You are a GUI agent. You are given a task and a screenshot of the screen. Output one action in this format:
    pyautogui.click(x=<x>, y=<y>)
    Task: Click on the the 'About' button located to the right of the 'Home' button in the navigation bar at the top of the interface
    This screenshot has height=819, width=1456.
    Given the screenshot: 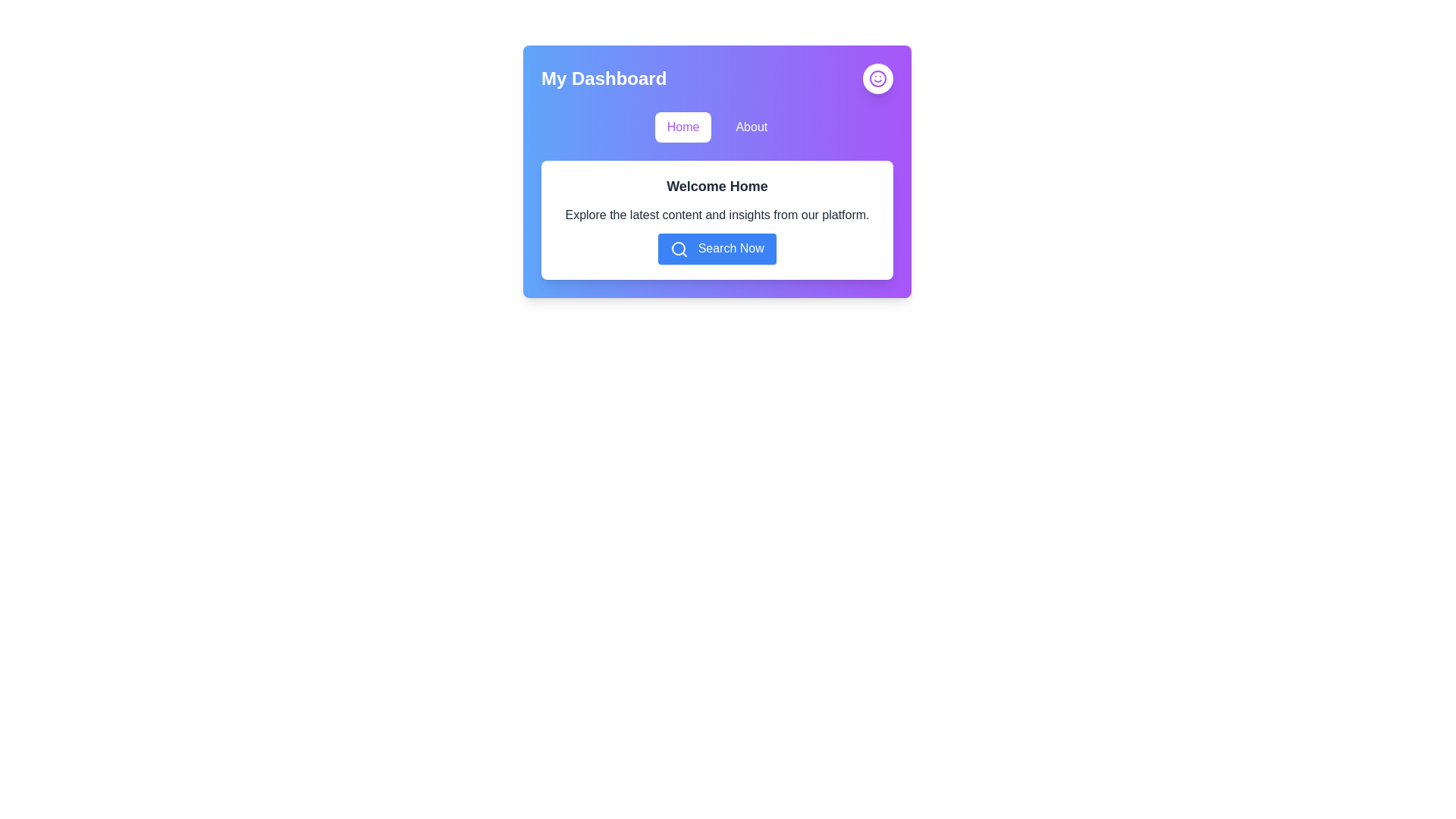 What is the action you would take?
    pyautogui.click(x=752, y=127)
    